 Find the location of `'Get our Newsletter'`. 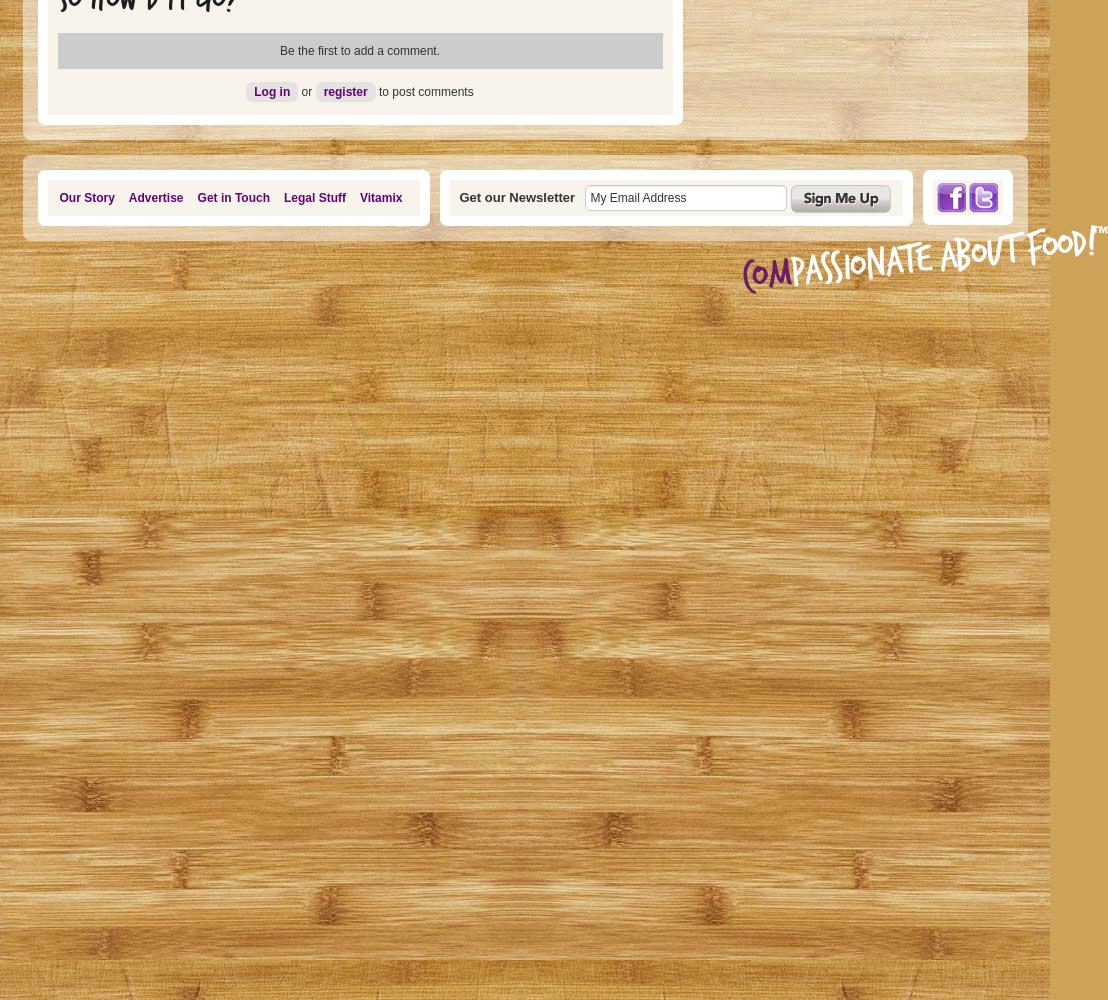

'Get our Newsletter' is located at coordinates (515, 196).